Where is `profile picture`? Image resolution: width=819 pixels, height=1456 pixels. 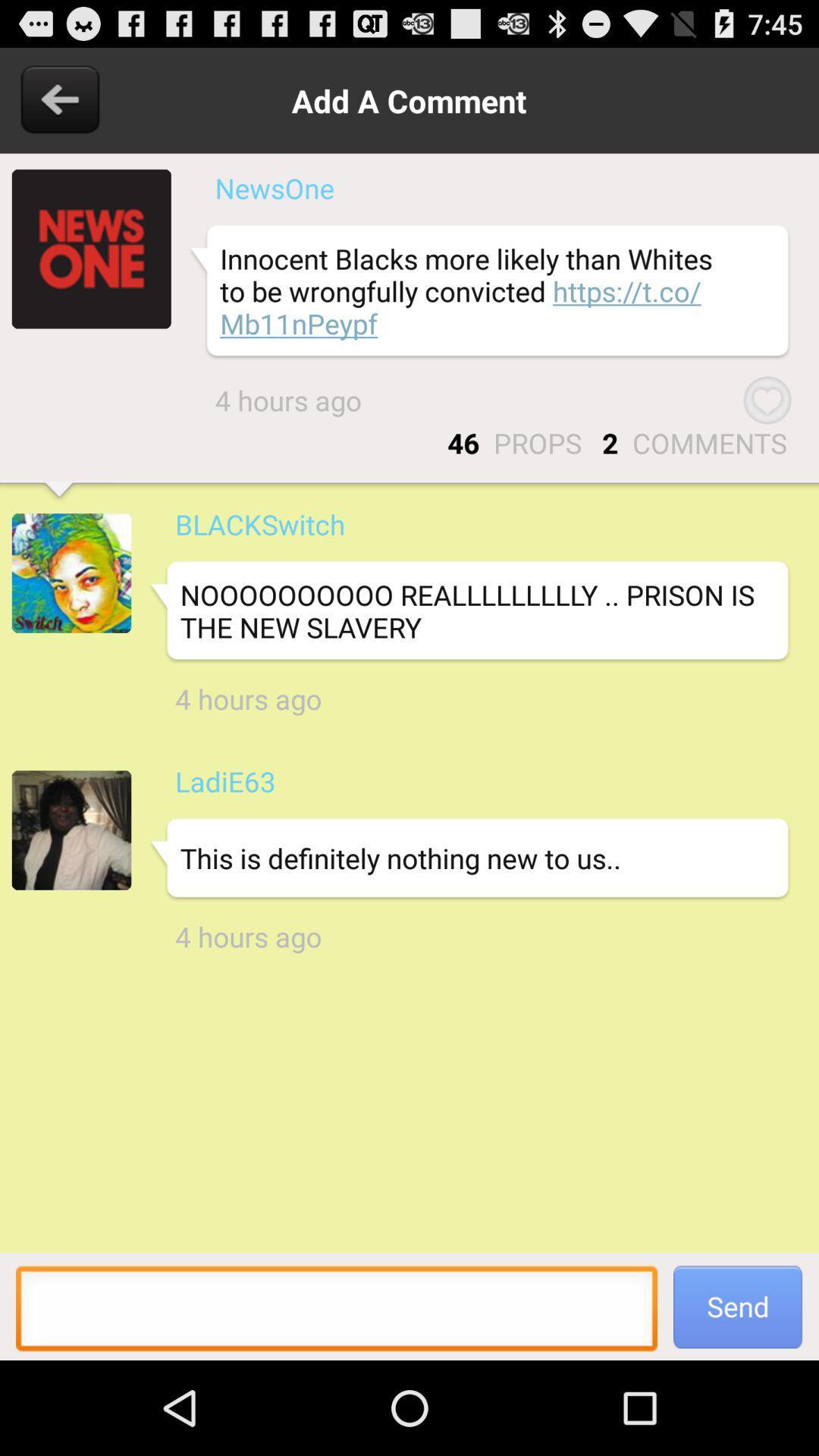
profile picture is located at coordinates (71, 572).